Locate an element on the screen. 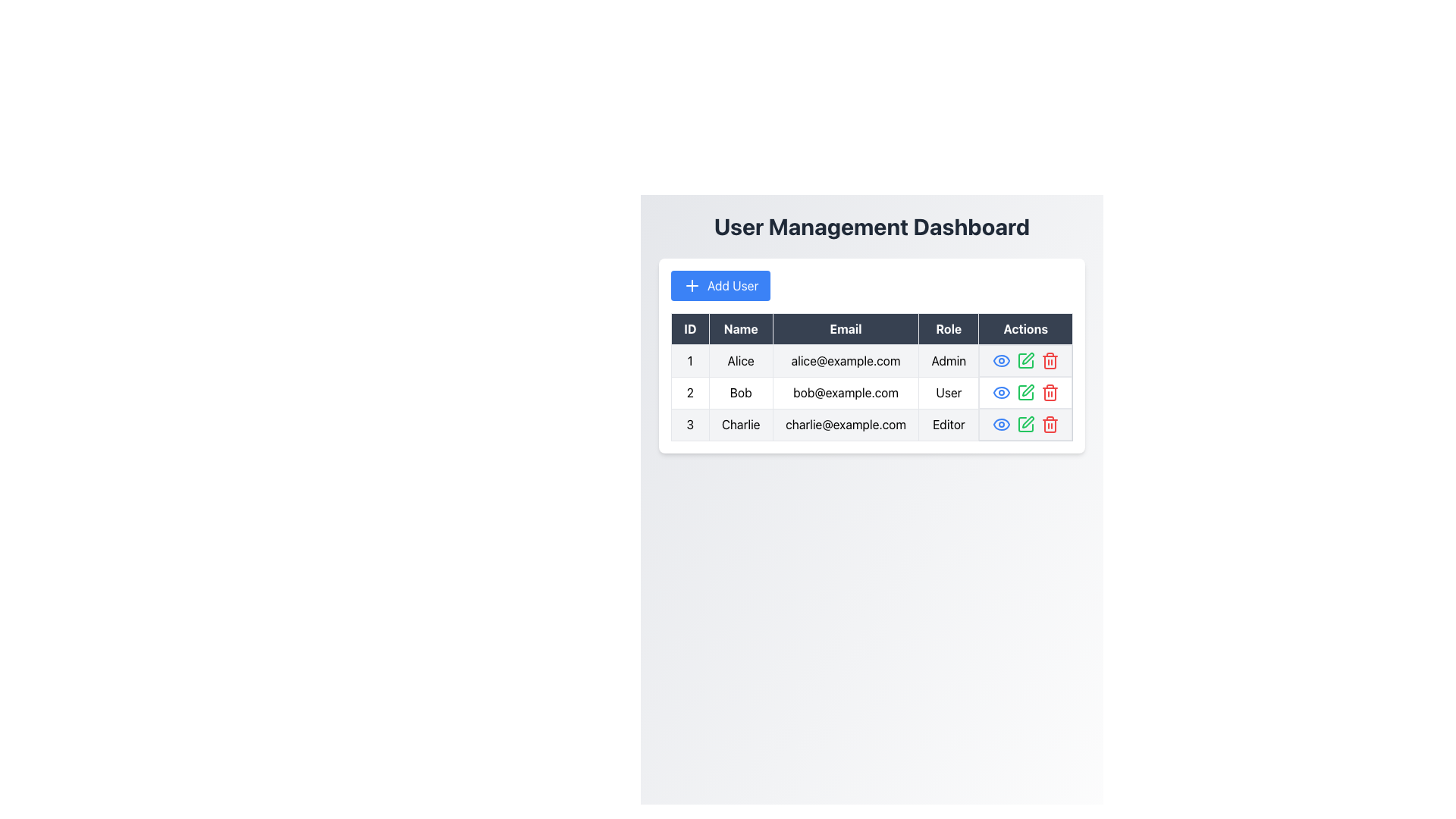  the static text field displaying the email address 'charlie@example.com', which is the third item in the 'Email' column corresponding to user 'Charlie' is located at coordinates (845, 425).